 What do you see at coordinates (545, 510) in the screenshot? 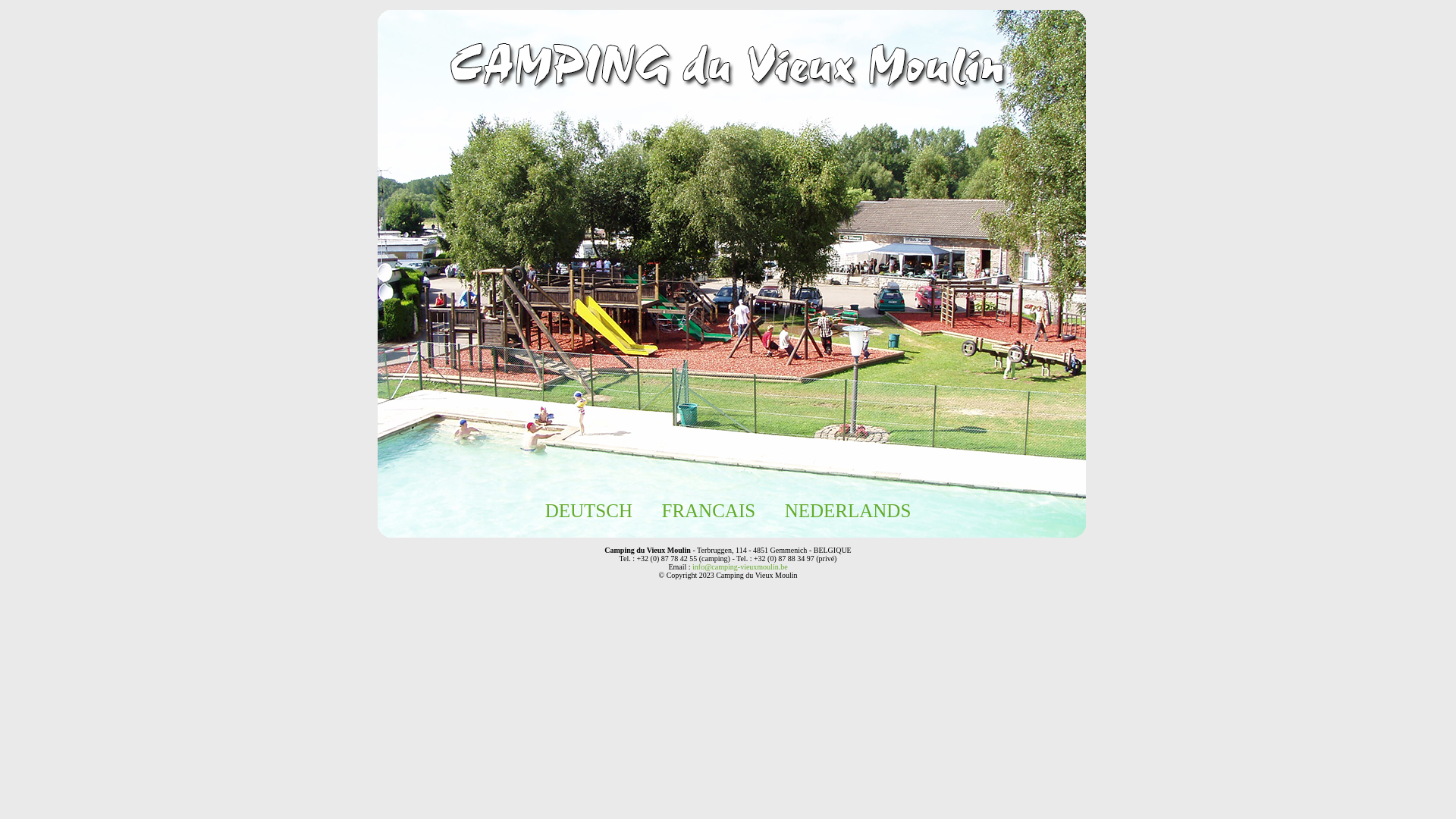
I see `'DEUTSCH'` at bounding box center [545, 510].